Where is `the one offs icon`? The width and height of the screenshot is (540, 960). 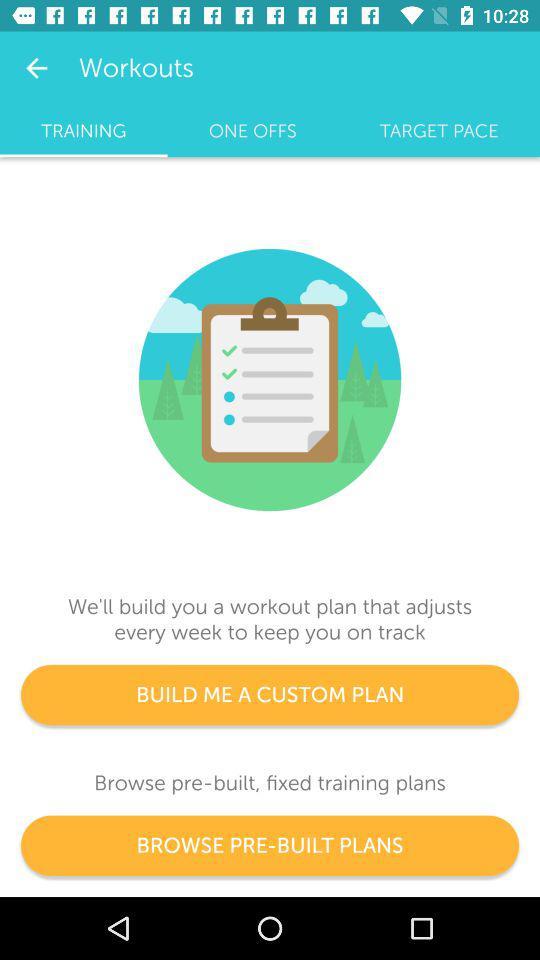
the one offs icon is located at coordinates (252, 130).